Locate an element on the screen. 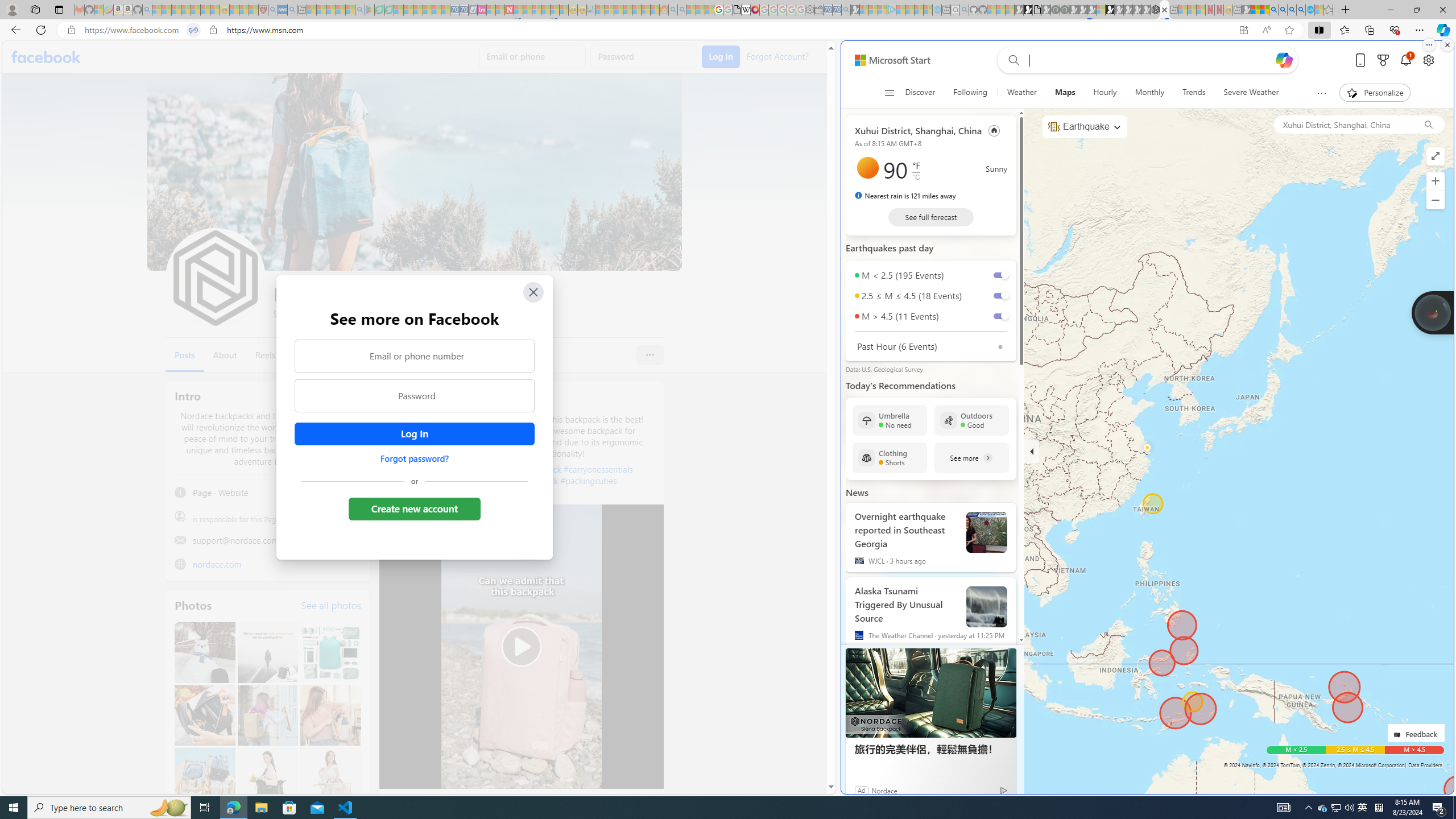 The height and width of the screenshot is (819, 1456). 'Favorites - Sleeping' is located at coordinates (1328, 9).